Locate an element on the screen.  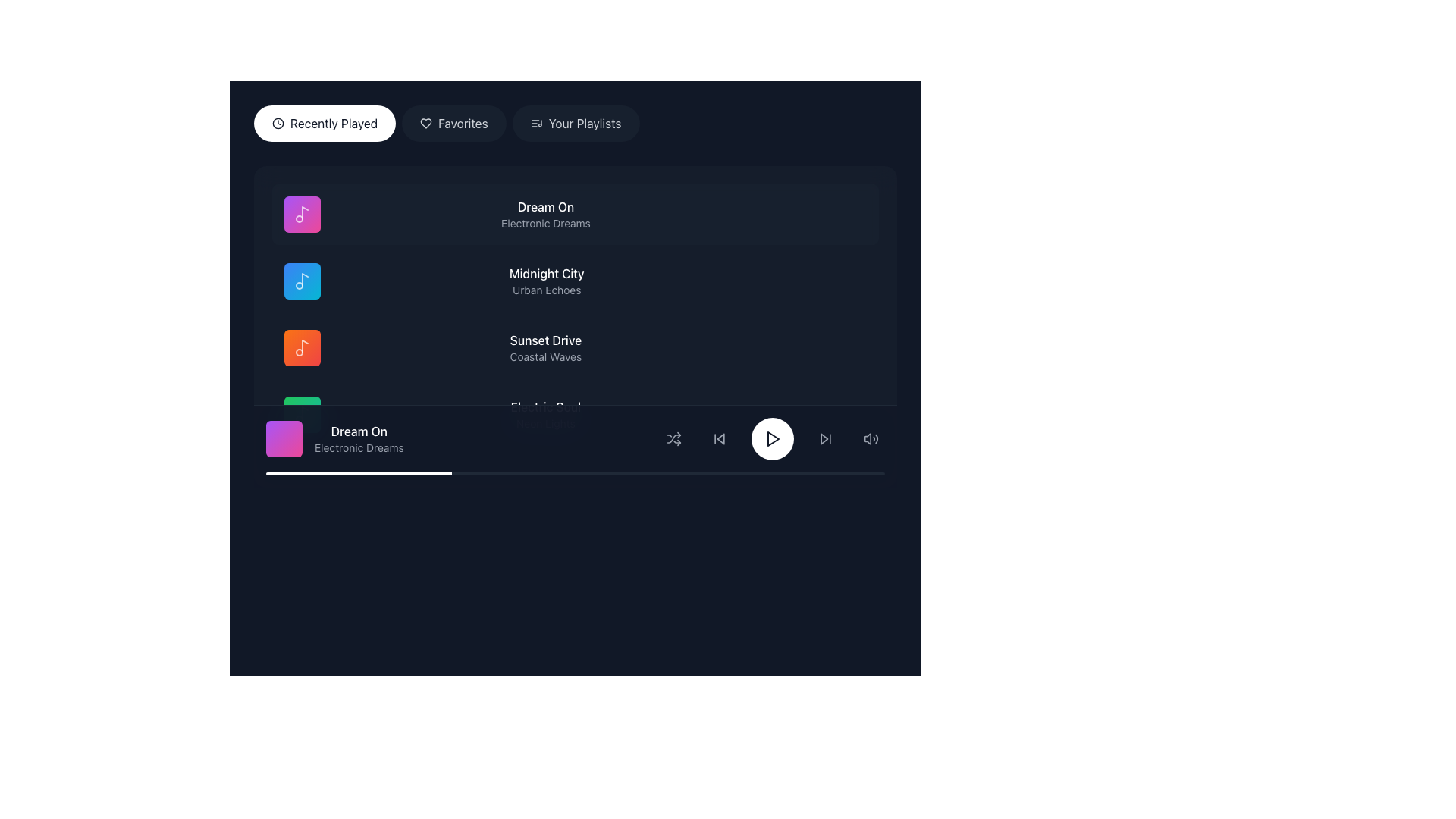
the interactive button related to the 'Dream On' song item, which is positioned to the right of the title and artist information is located at coordinates (783, 214).